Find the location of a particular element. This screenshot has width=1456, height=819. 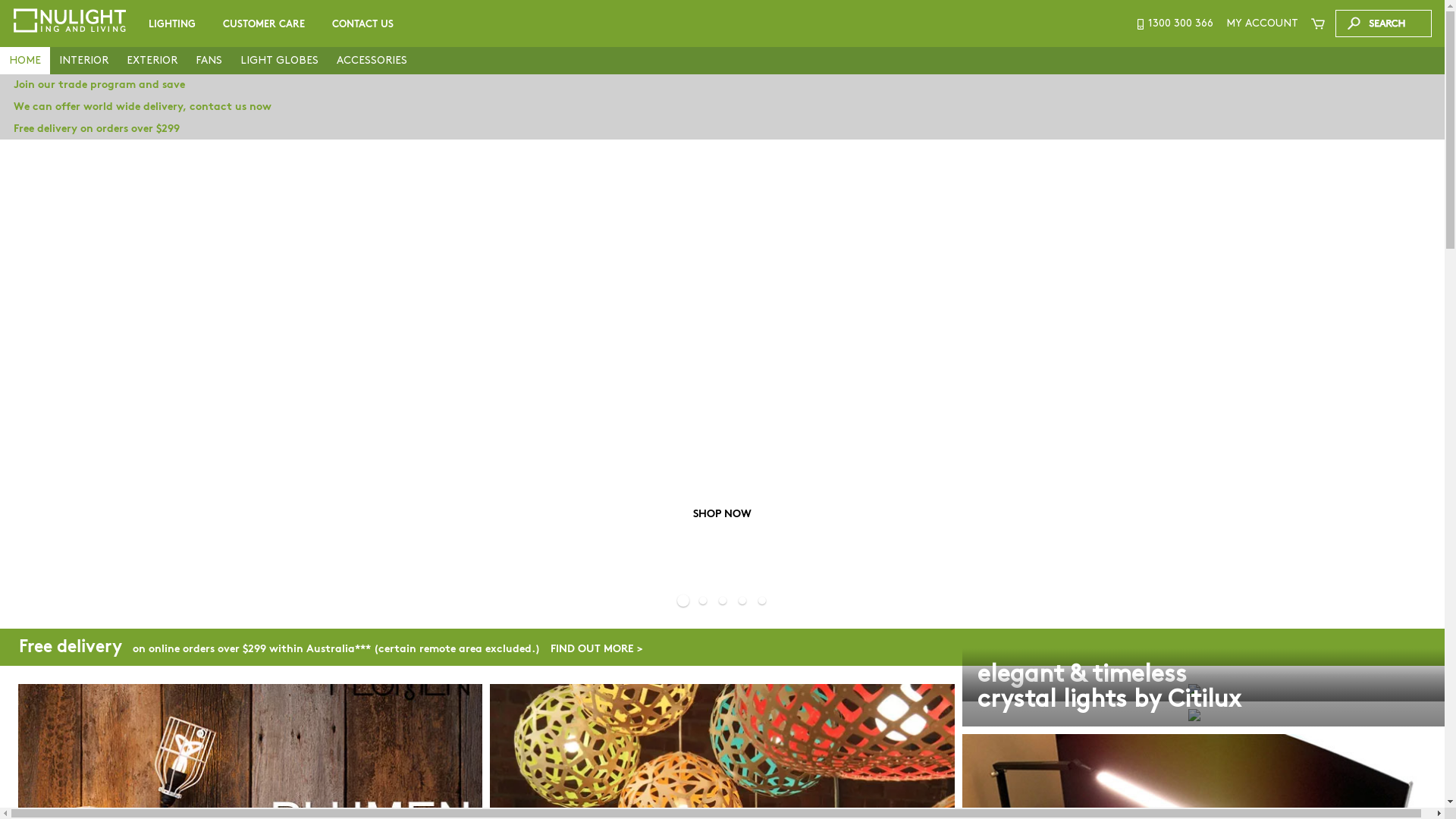

'INTERIOR' is located at coordinates (83, 60).